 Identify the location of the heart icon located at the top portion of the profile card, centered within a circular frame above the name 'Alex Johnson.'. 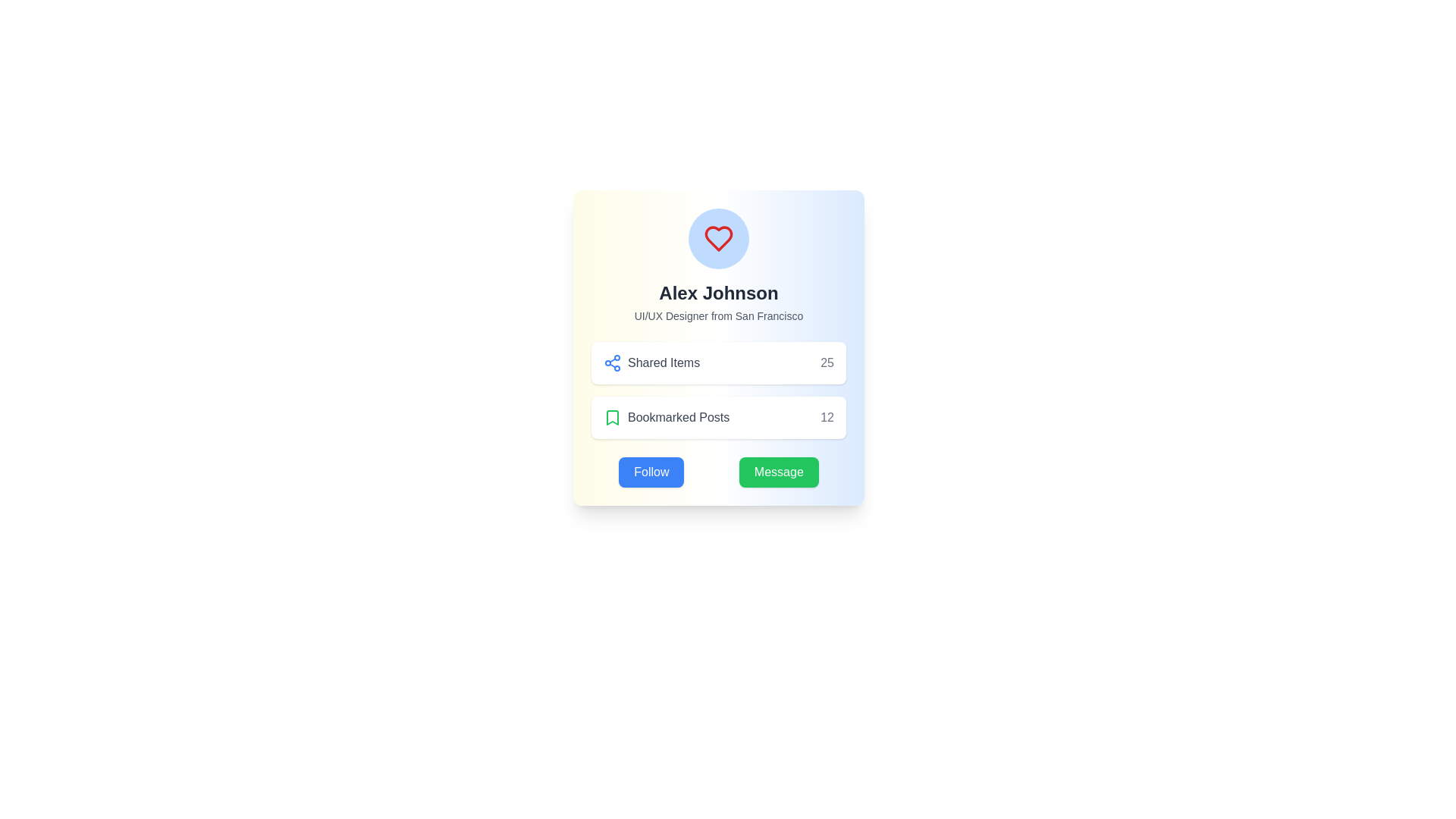
(718, 239).